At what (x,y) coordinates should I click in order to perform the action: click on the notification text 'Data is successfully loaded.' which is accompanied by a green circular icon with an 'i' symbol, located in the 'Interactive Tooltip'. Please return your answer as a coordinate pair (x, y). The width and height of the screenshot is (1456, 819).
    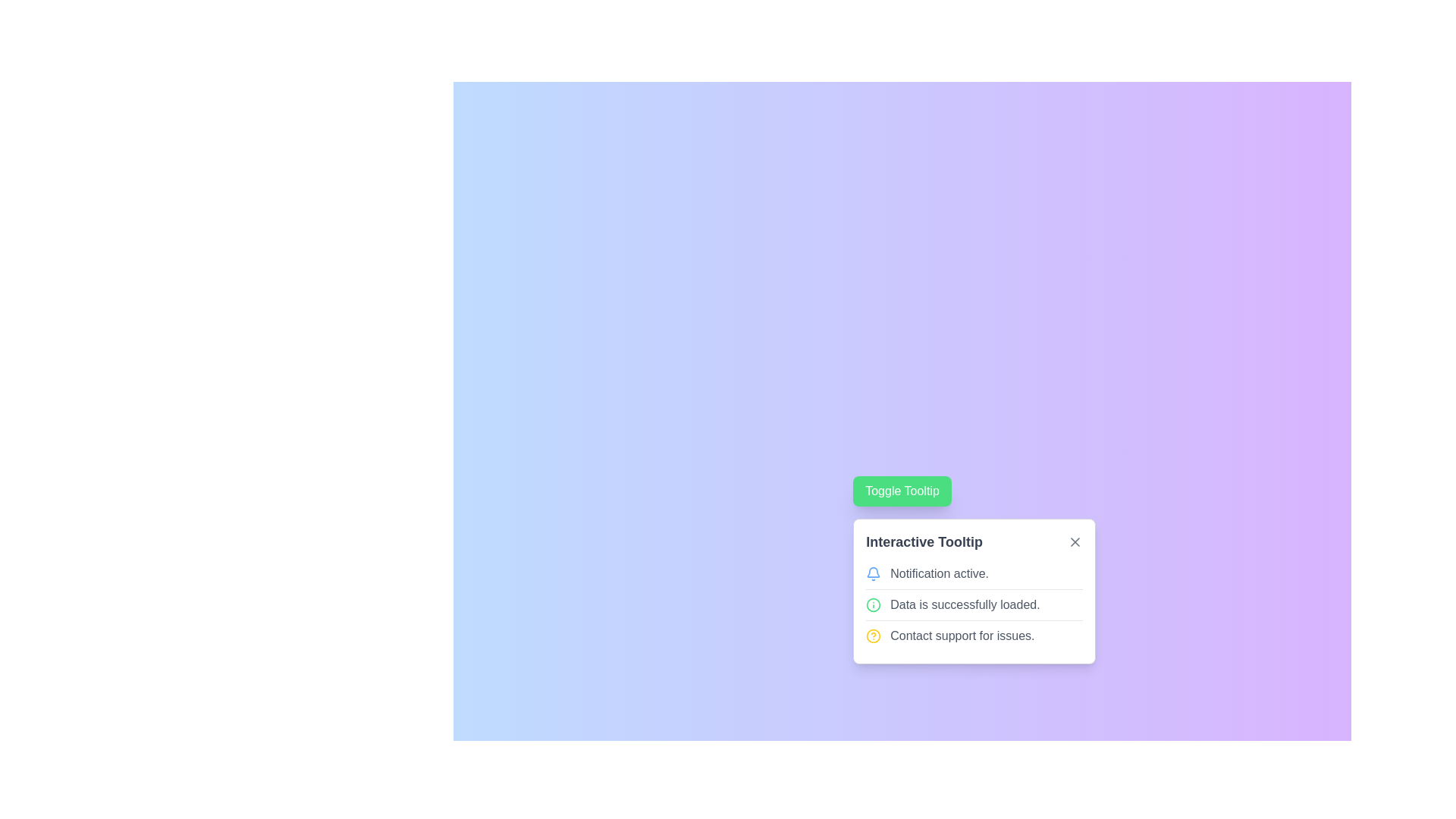
    Looking at the image, I should click on (974, 604).